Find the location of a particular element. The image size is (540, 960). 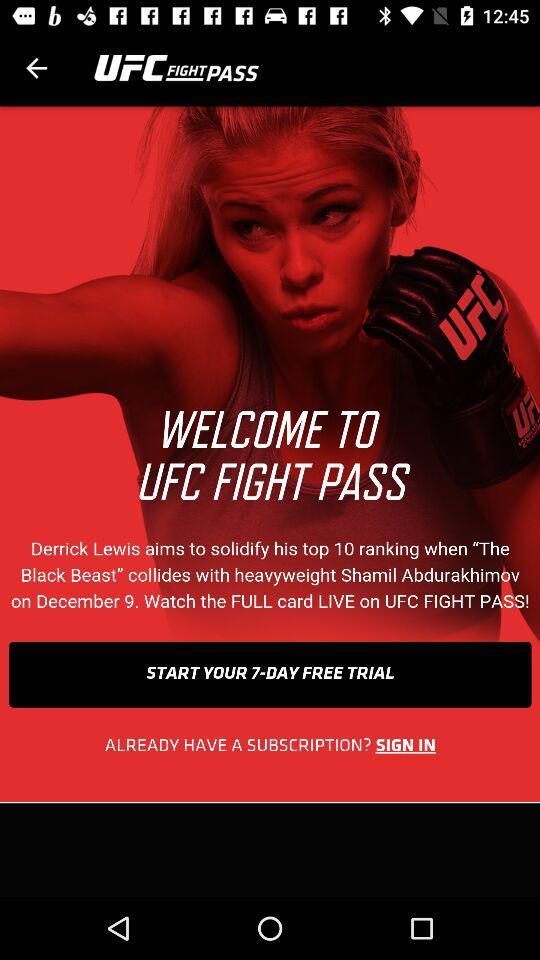

previous button is located at coordinates (36, 68).